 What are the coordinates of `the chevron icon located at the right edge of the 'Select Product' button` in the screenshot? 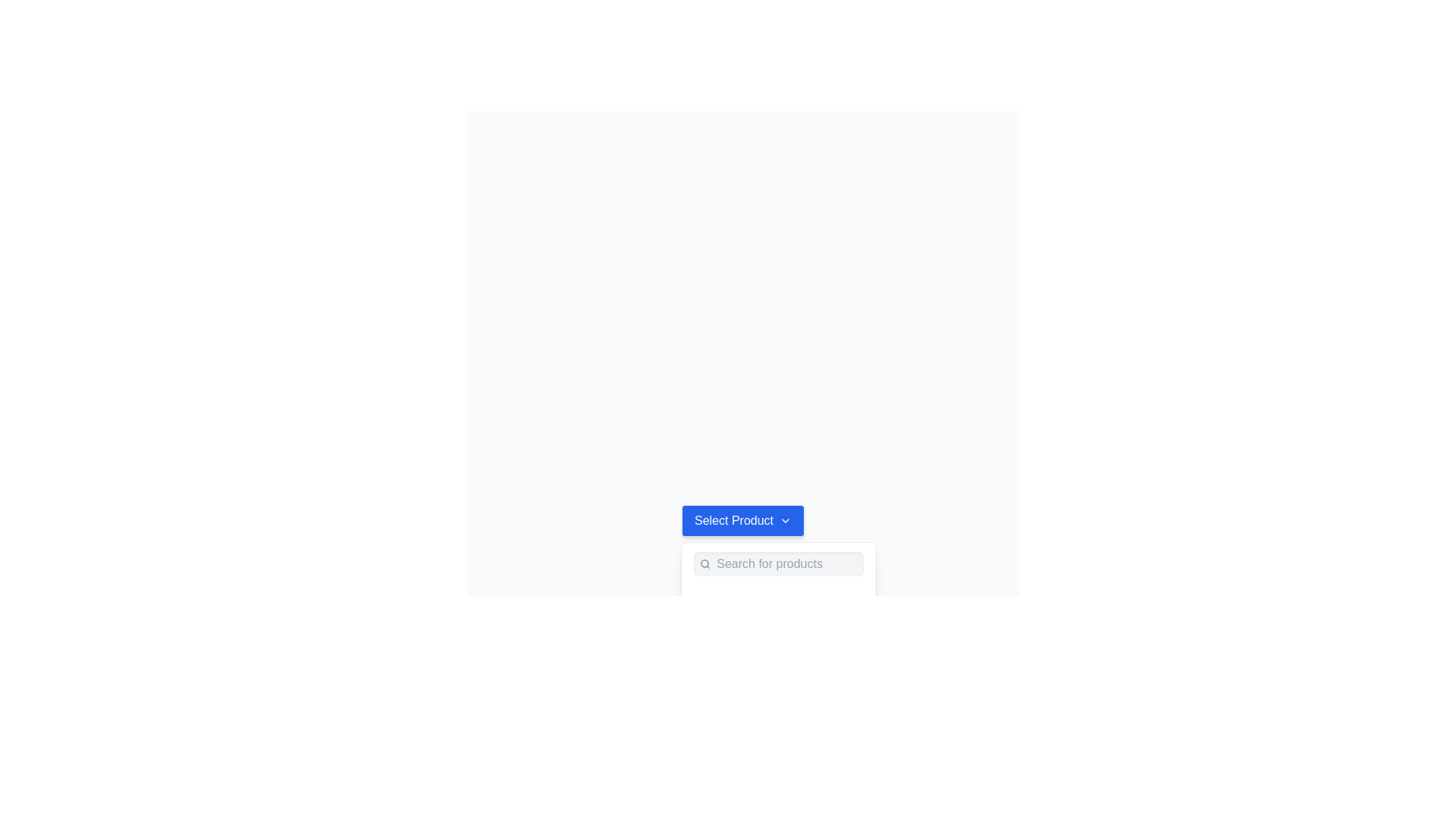 It's located at (786, 519).